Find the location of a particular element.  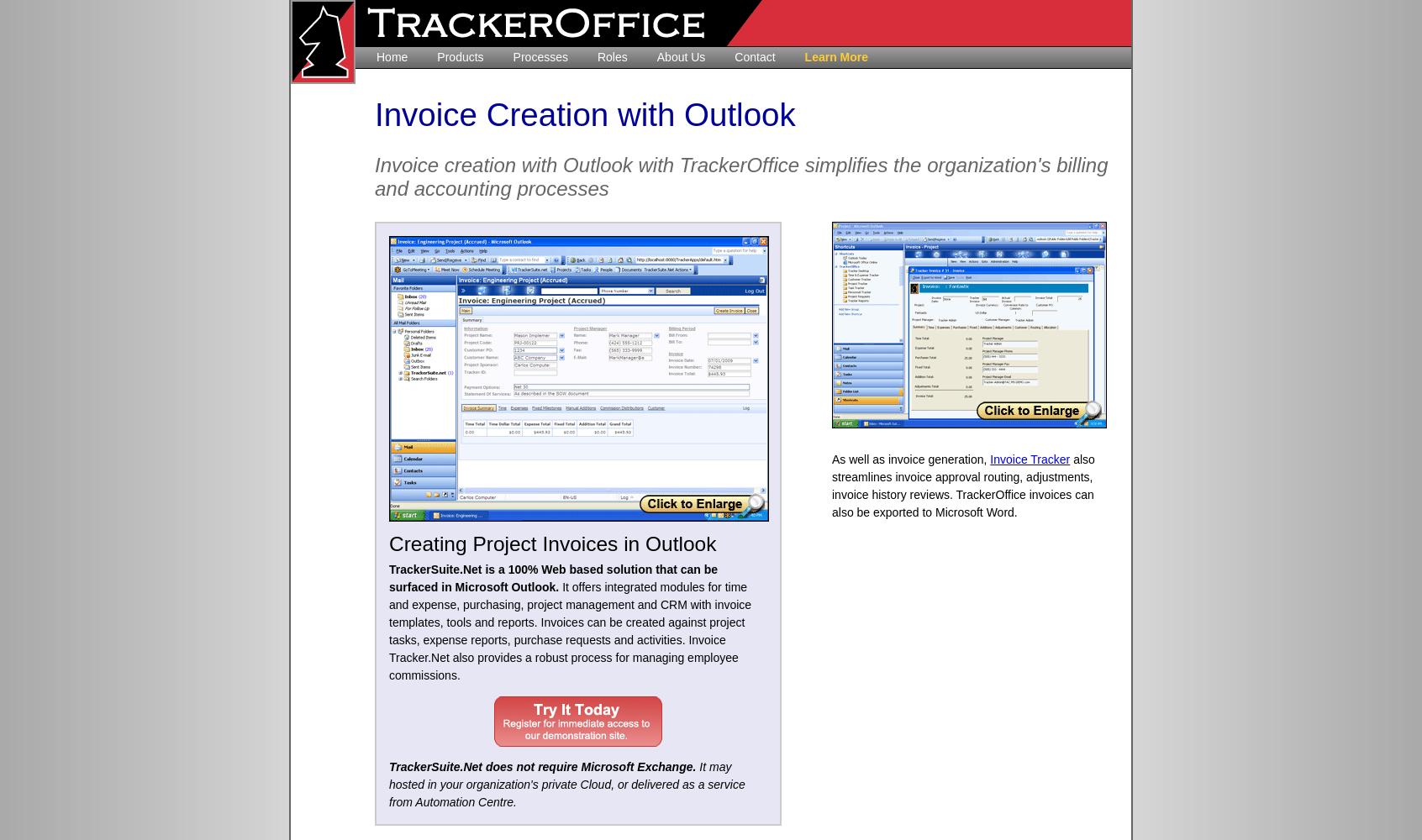

'Invoice creation with Outlook with TrackerOffice simplifies the organization's billing and accounting processes' is located at coordinates (740, 176).